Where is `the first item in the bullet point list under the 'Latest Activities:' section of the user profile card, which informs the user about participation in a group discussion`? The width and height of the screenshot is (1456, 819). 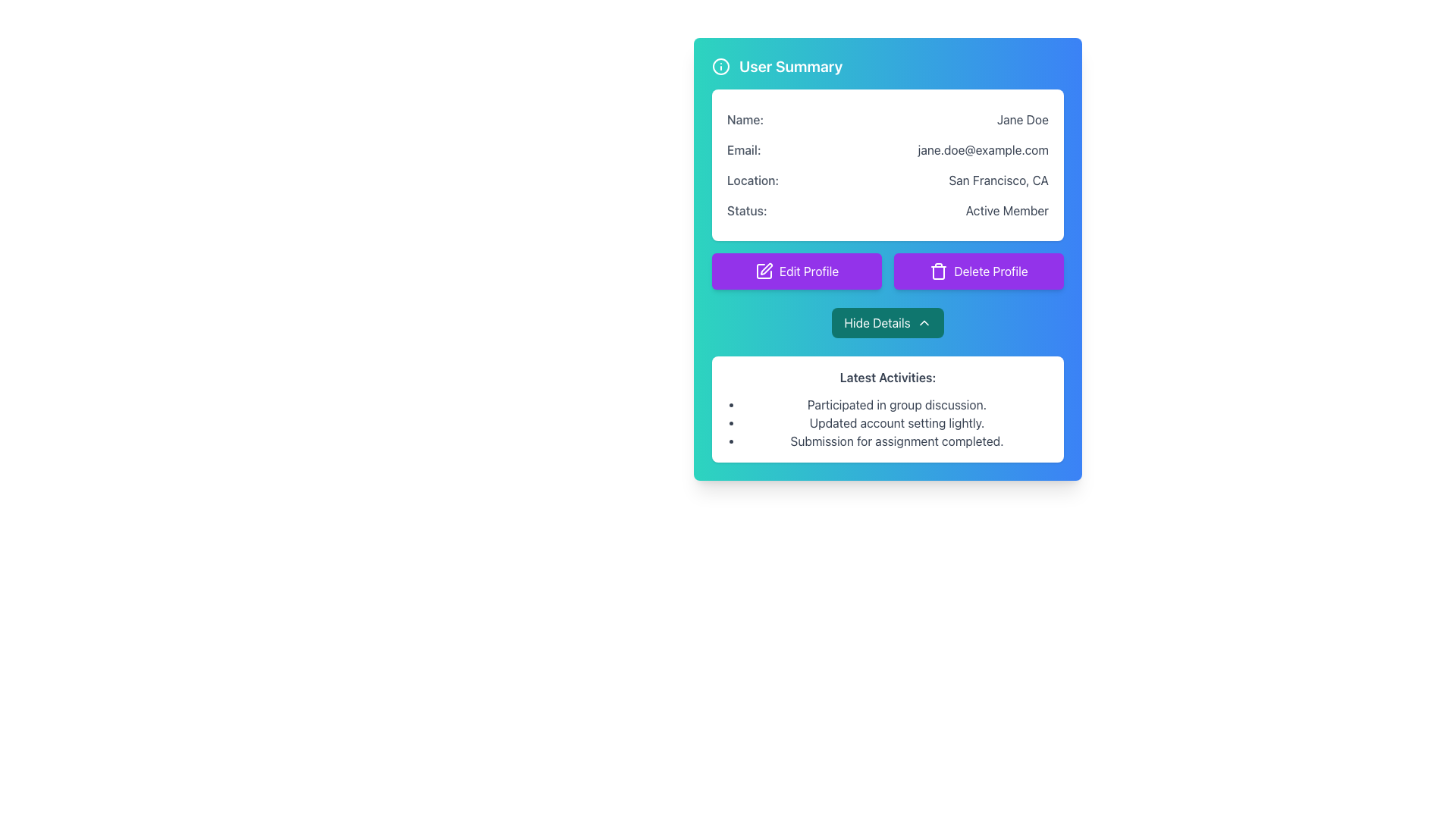
the first item in the bullet point list under the 'Latest Activities:' section of the user profile card, which informs the user about participation in a group discussion is located at coordinates (896, 403).